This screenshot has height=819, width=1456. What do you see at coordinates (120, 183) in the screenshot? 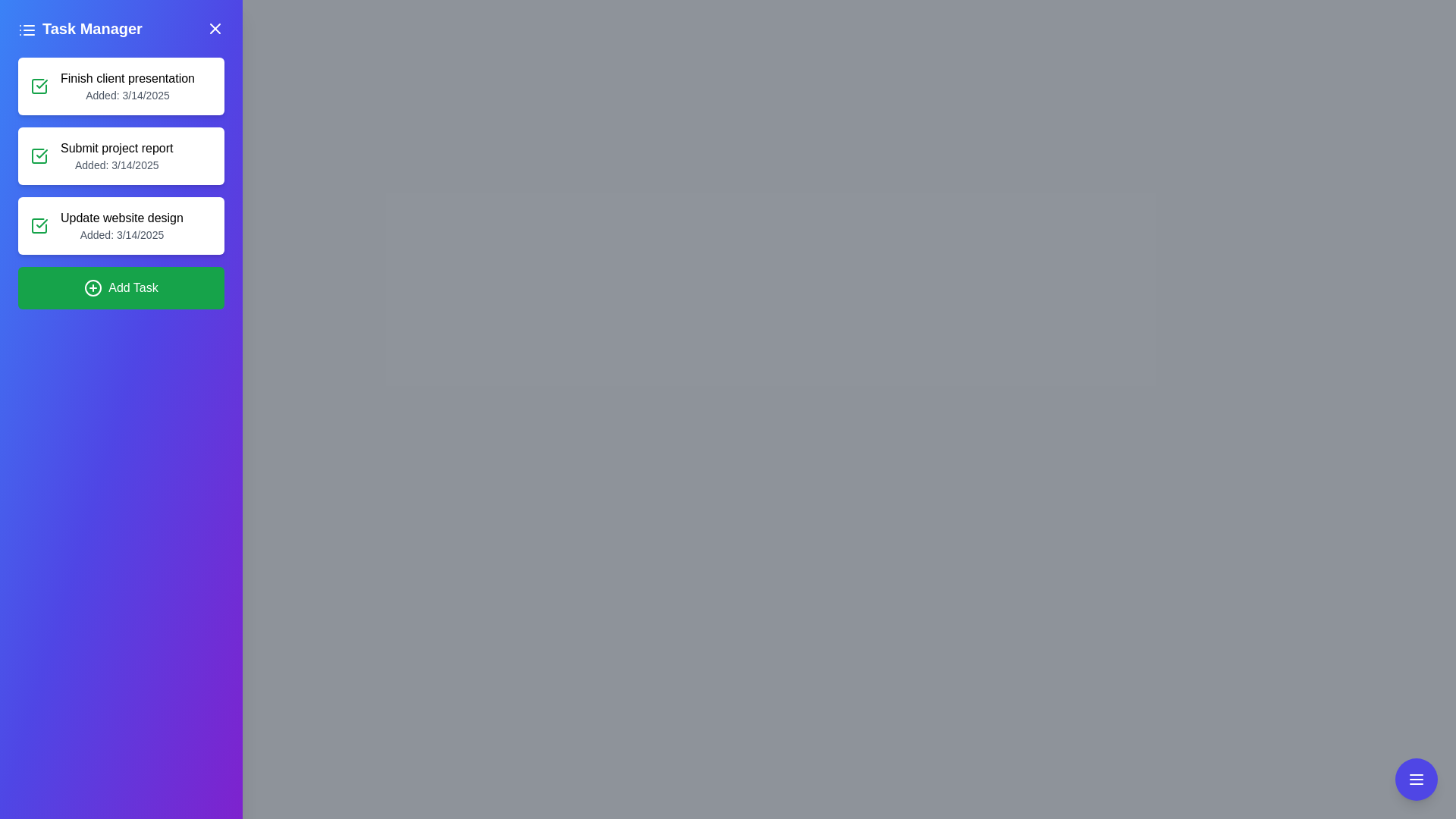
I see `the second item in the Task Manager list, which contains a green check icon, bold black text 'Submit project report', and smaller gray text 'Added: 3/14/2025'` at bounding box center [120, 183].